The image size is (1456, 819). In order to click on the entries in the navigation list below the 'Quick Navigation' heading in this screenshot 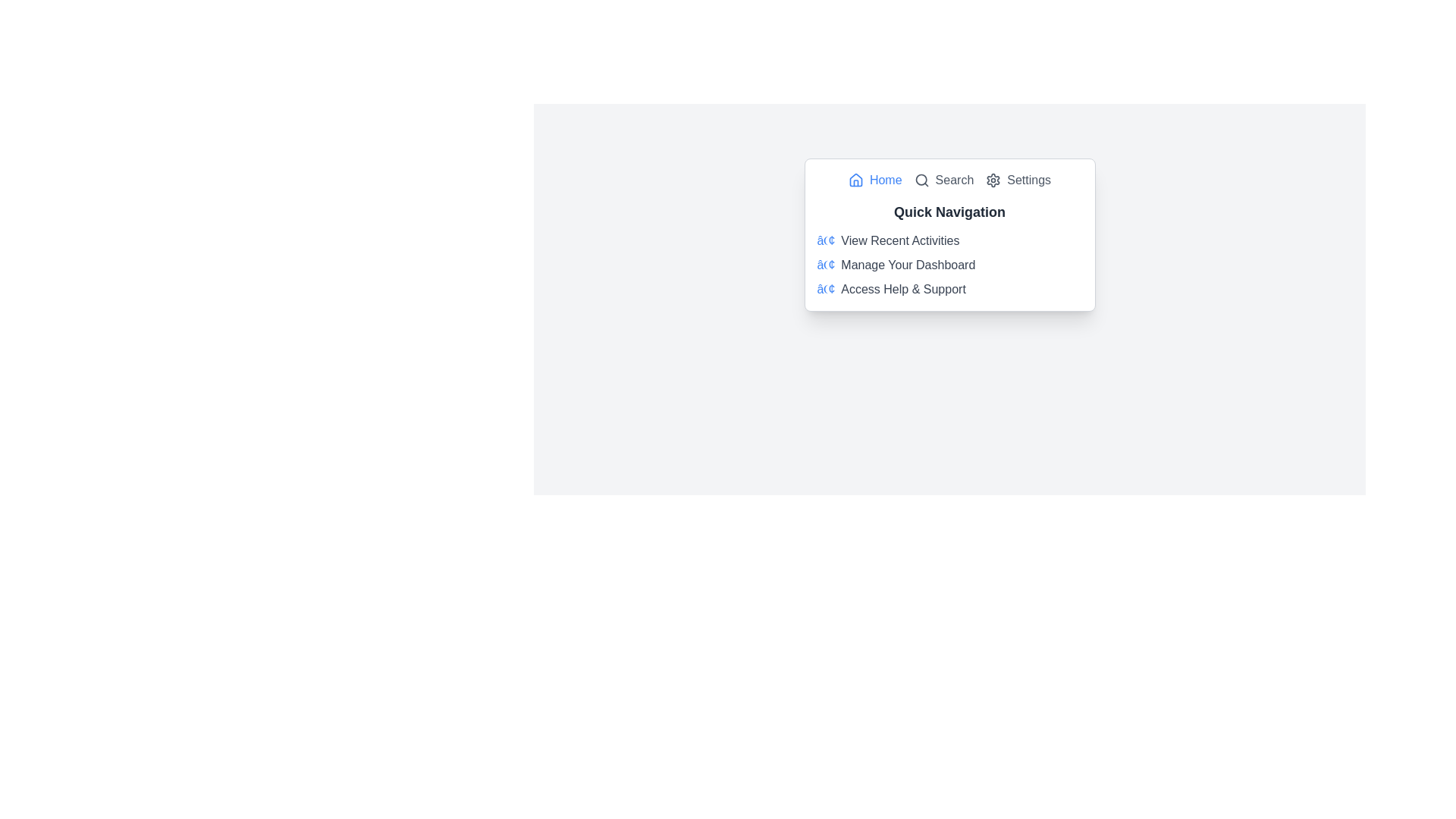, I will do `click(949, 265)`.